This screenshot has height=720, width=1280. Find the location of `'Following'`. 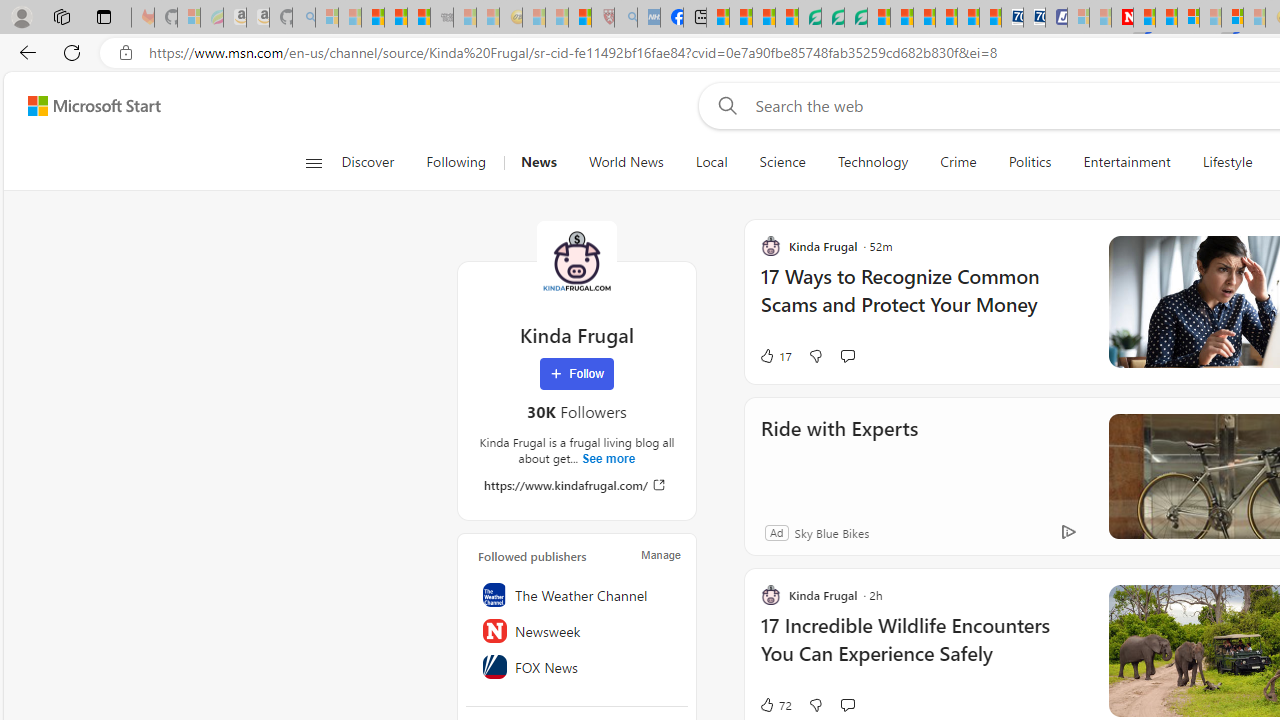

'Following' is located at coordinates (456, 162).